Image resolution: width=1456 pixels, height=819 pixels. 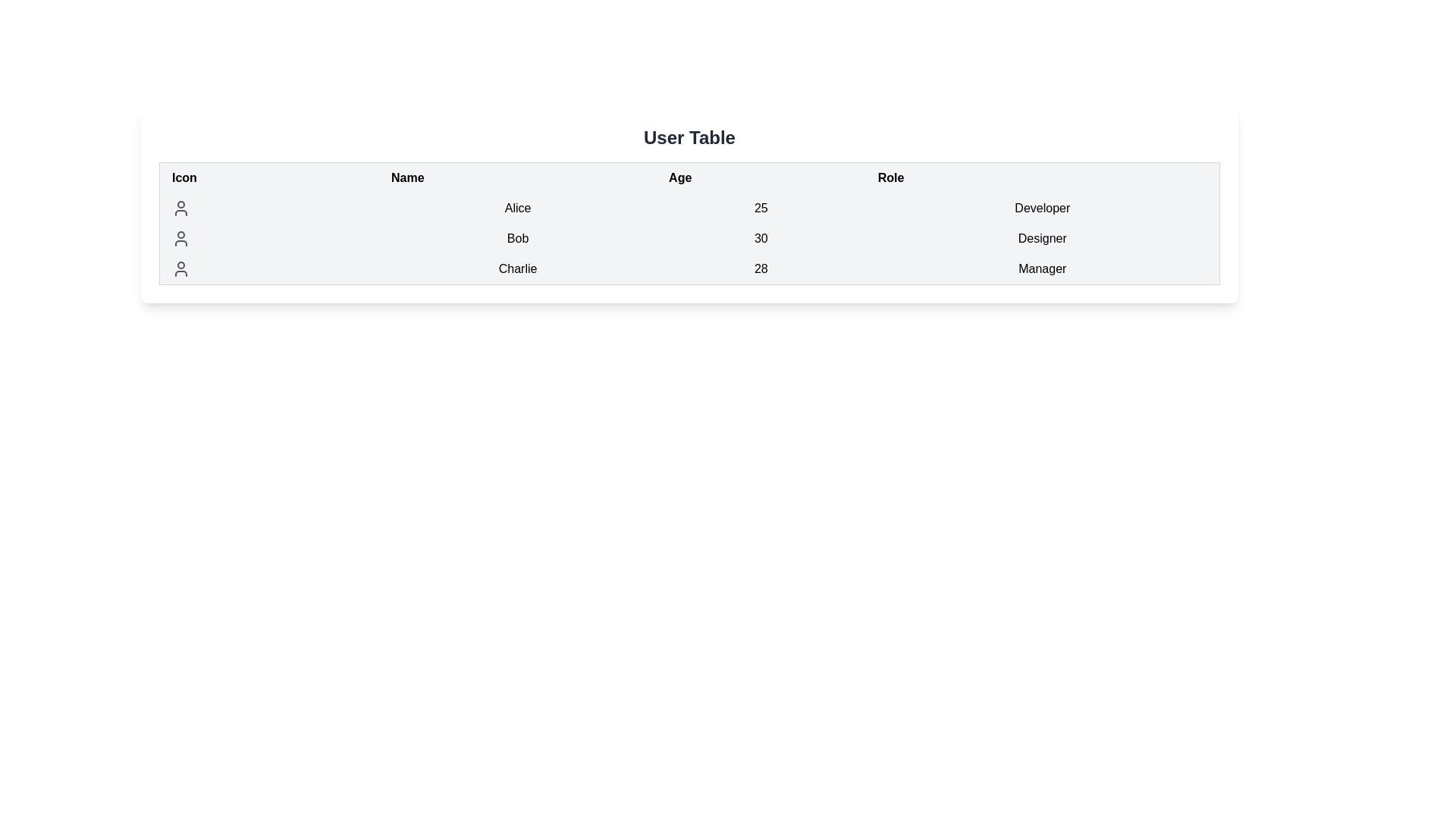 I want to click on 'Age' label, which is the header for the third column in the table, positioned between 'Name' and 'Role', so click(x=689, y=177).